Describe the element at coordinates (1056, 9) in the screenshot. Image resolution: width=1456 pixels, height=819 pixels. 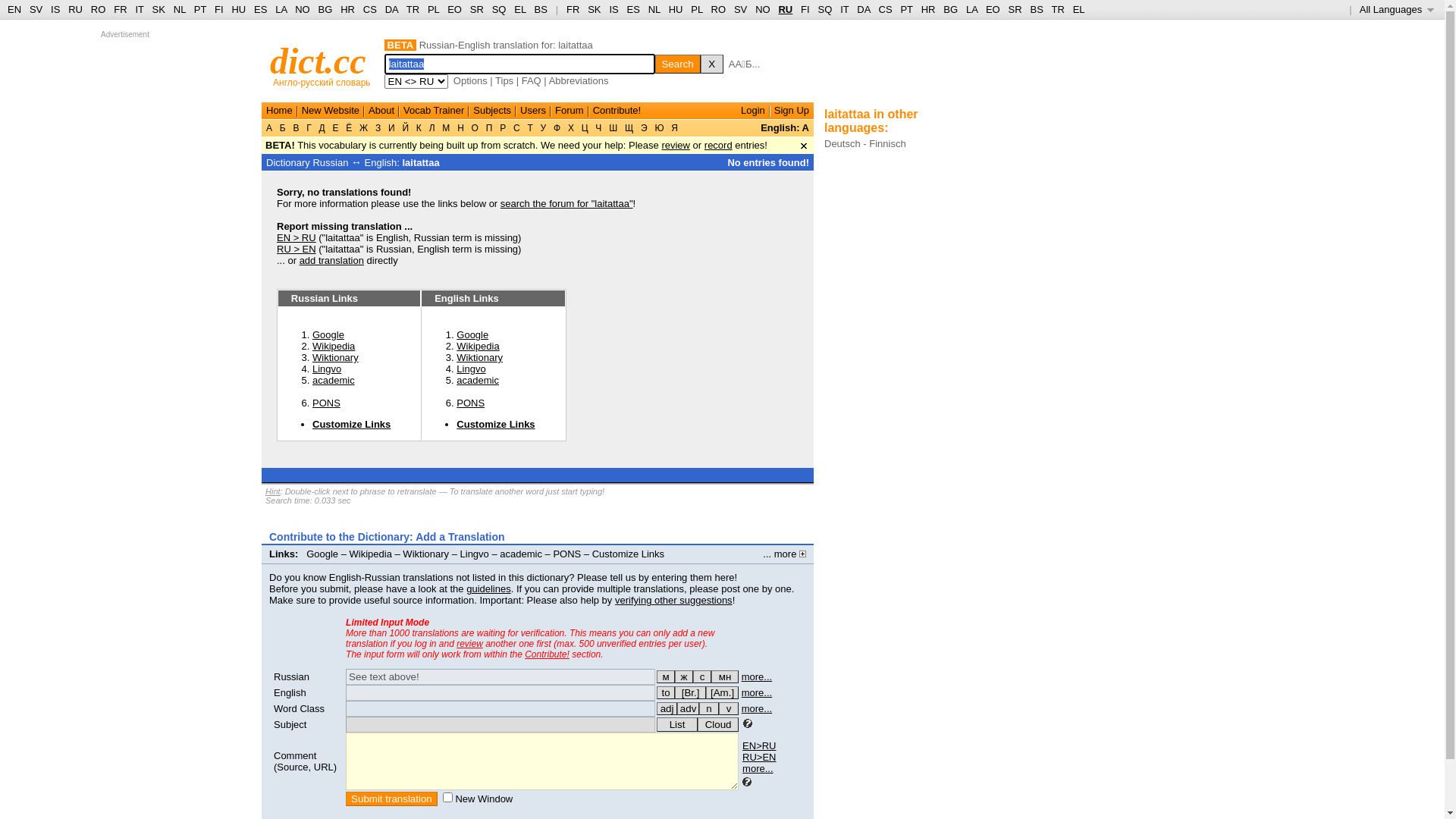
I see `'TR'` at that location.